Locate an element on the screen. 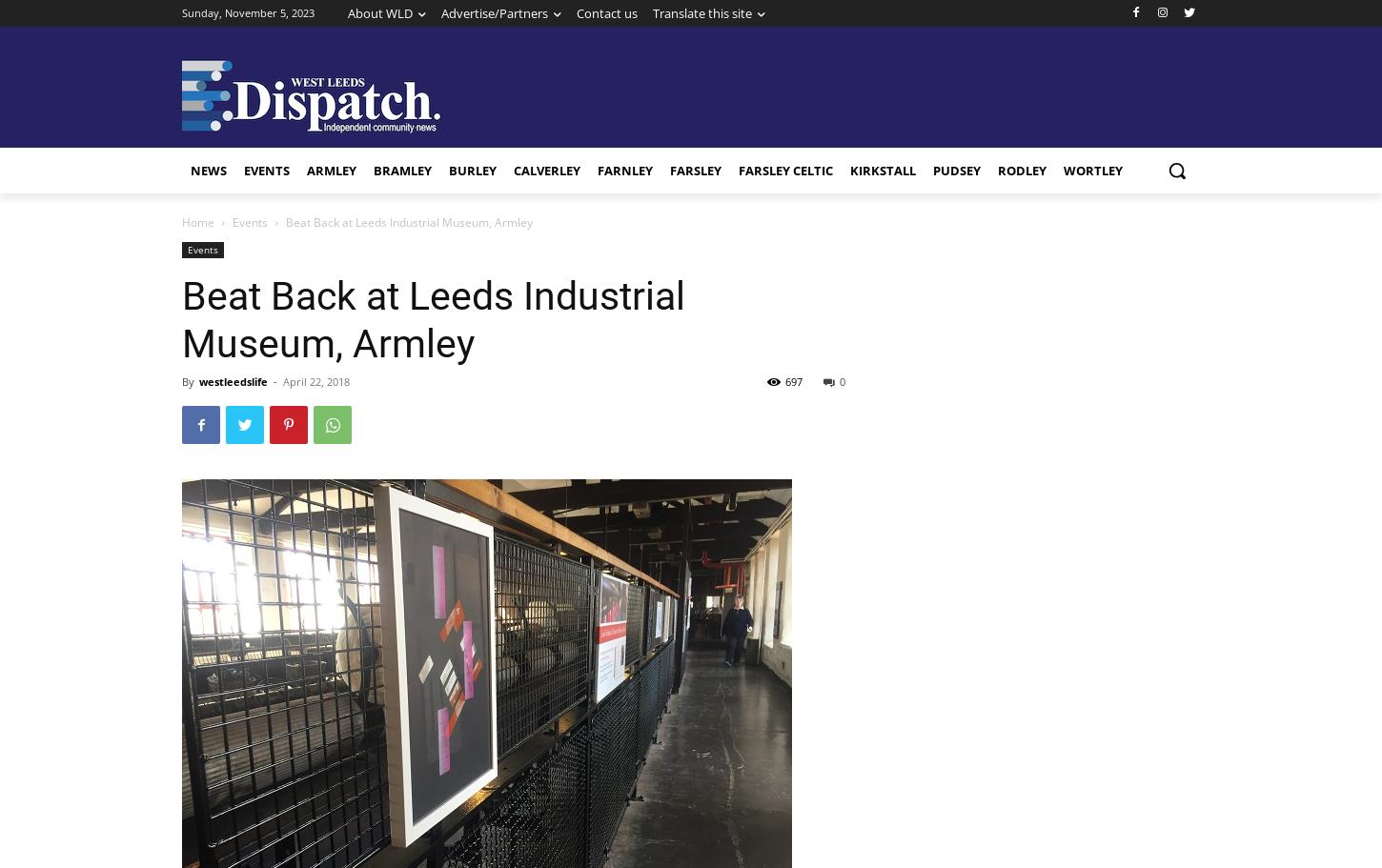 The width and height of the screenshot is (1382, 868). 'Armley' is located at coordinates (307, 170).